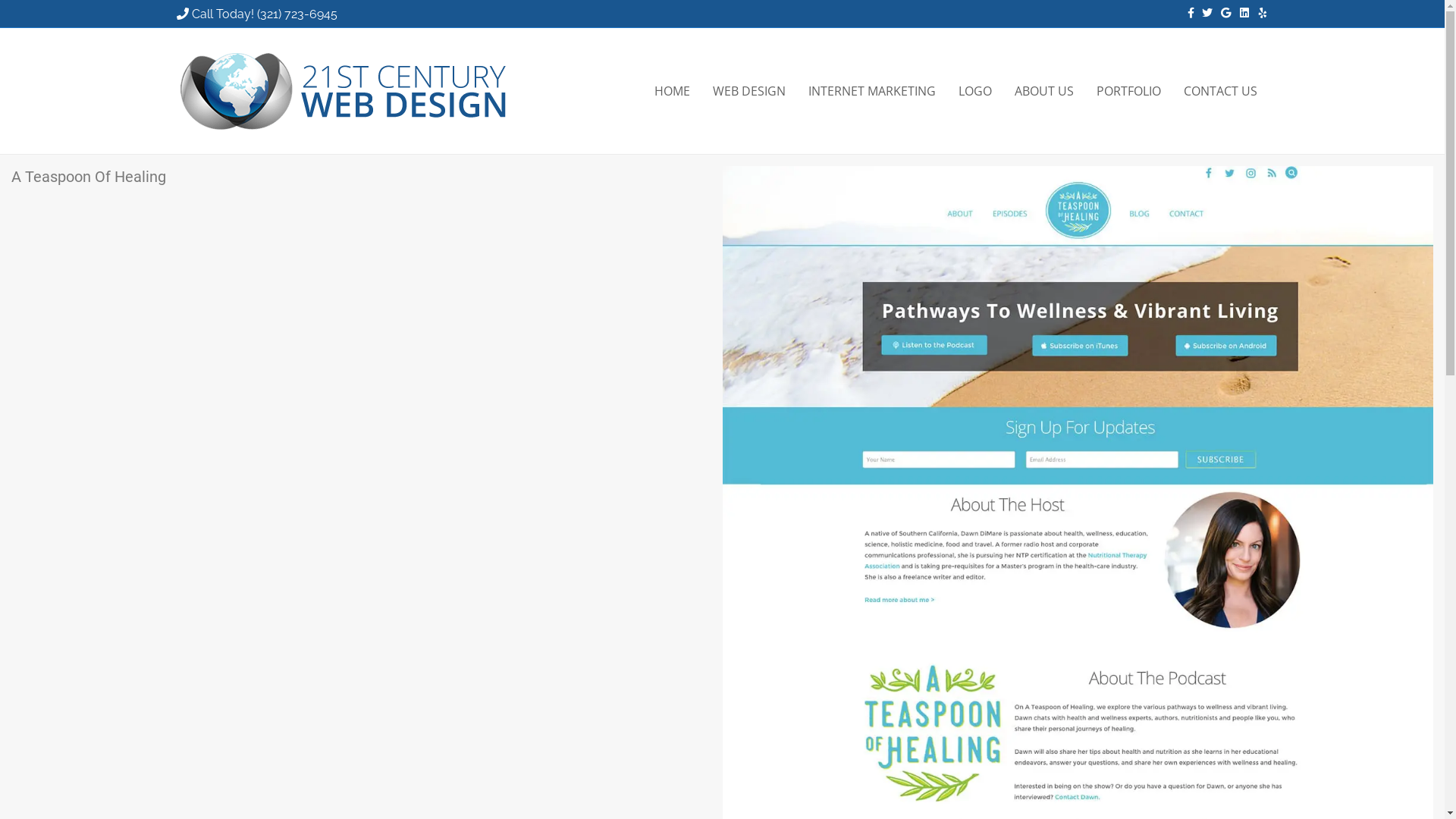 The image size is (1456, 819). I want to click on 'HOME', so click(671, 90).